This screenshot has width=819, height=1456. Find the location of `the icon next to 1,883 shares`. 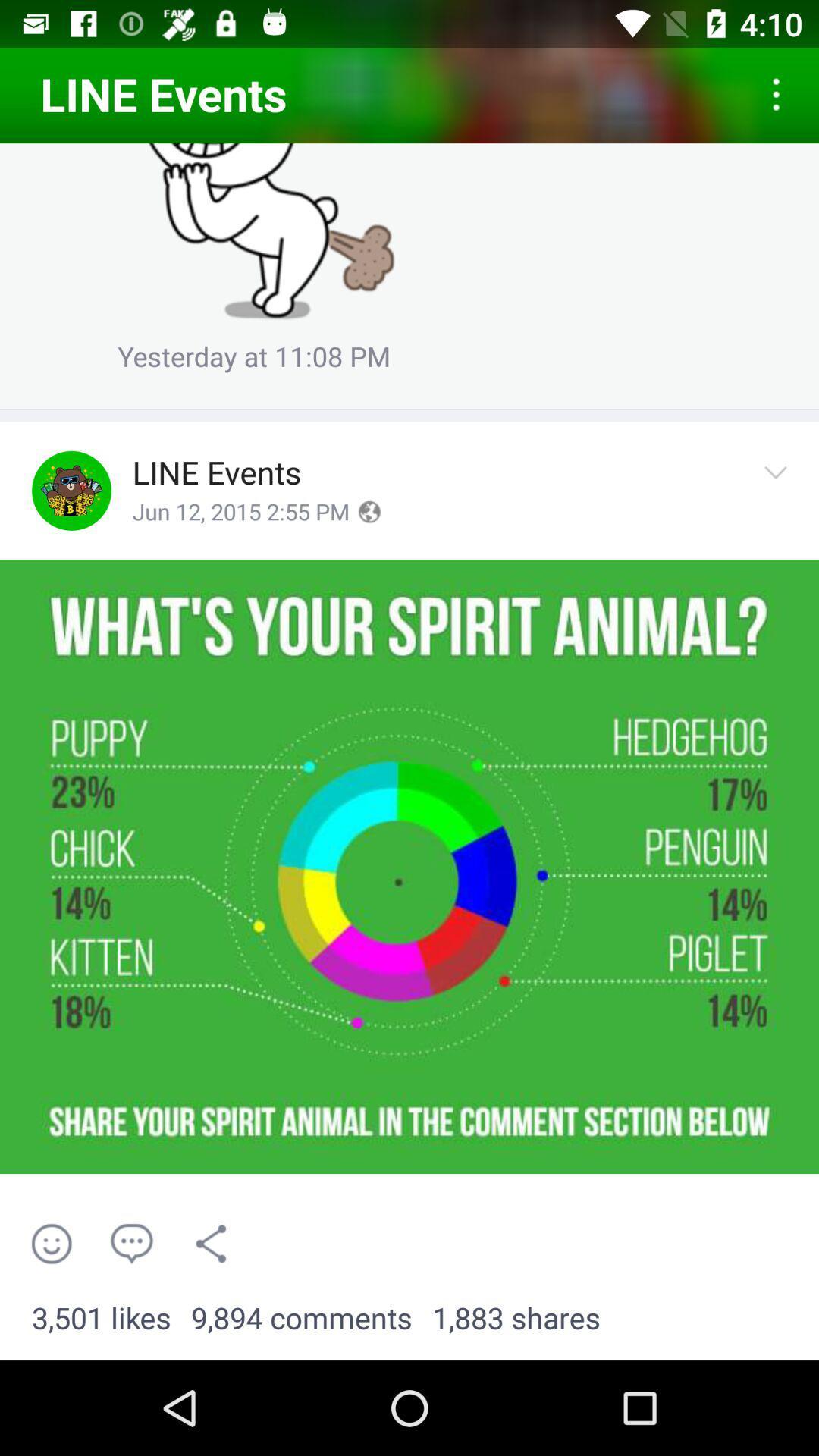

the icon next to 1,883 shares is located at coordinates (301, 1318).